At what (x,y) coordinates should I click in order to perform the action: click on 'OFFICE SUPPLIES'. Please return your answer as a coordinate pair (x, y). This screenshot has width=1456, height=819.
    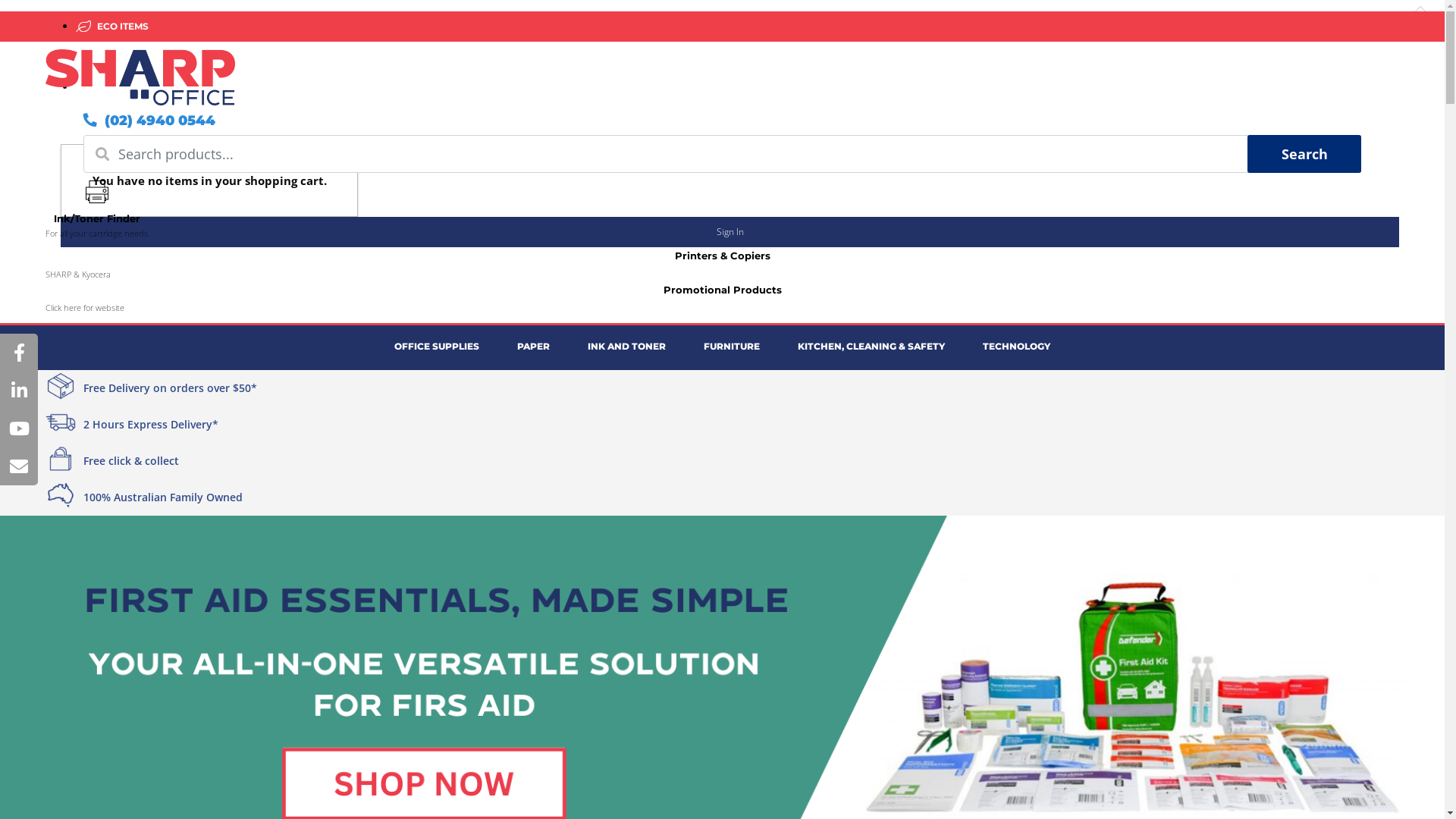
    Looking at the image, I should click on (375, 346).